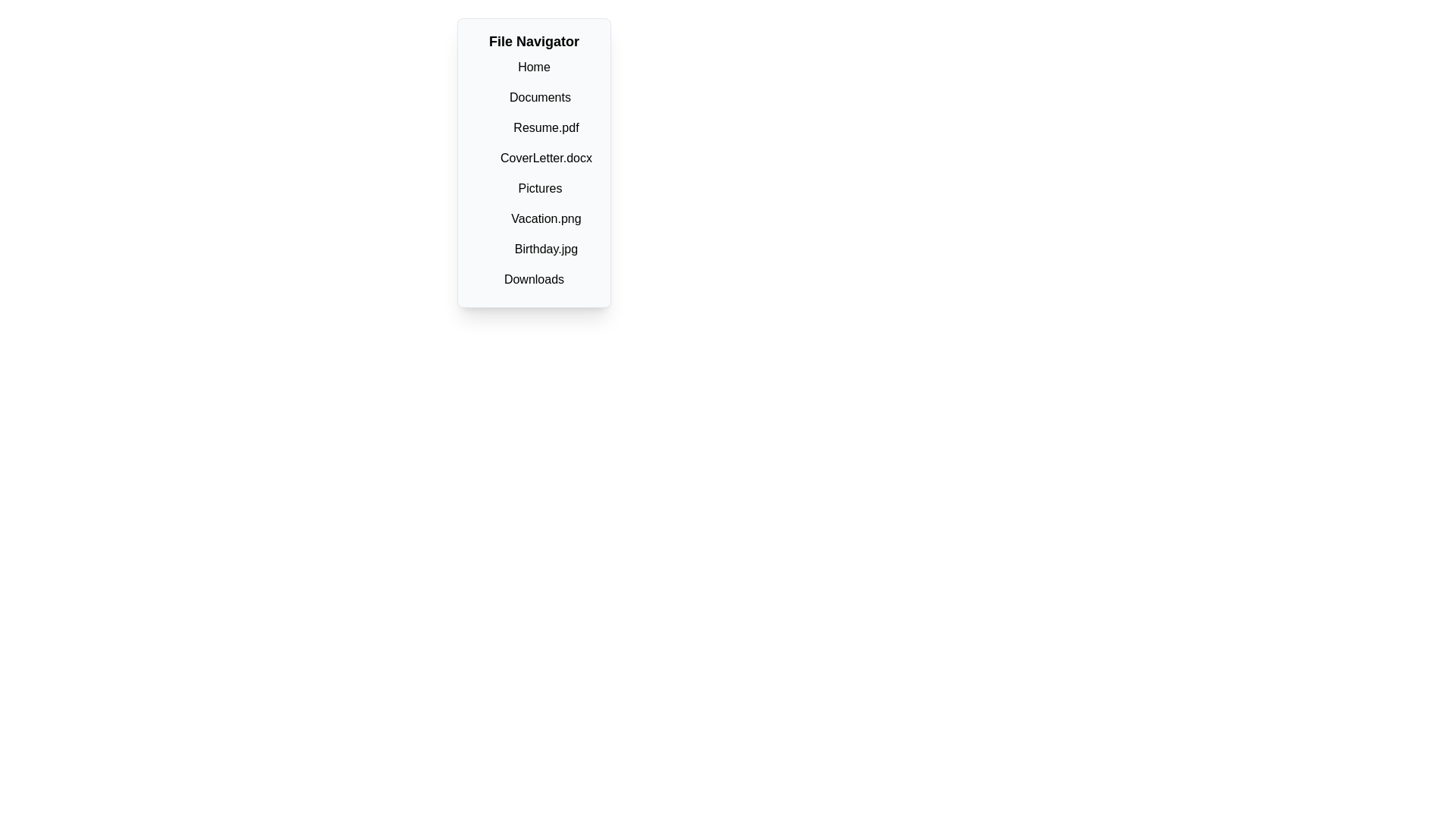  Describe the element at coordinates (546, 158) in the screenshot. I see `the text label displaying the filename 'CoverLetter.docx'` at that location.